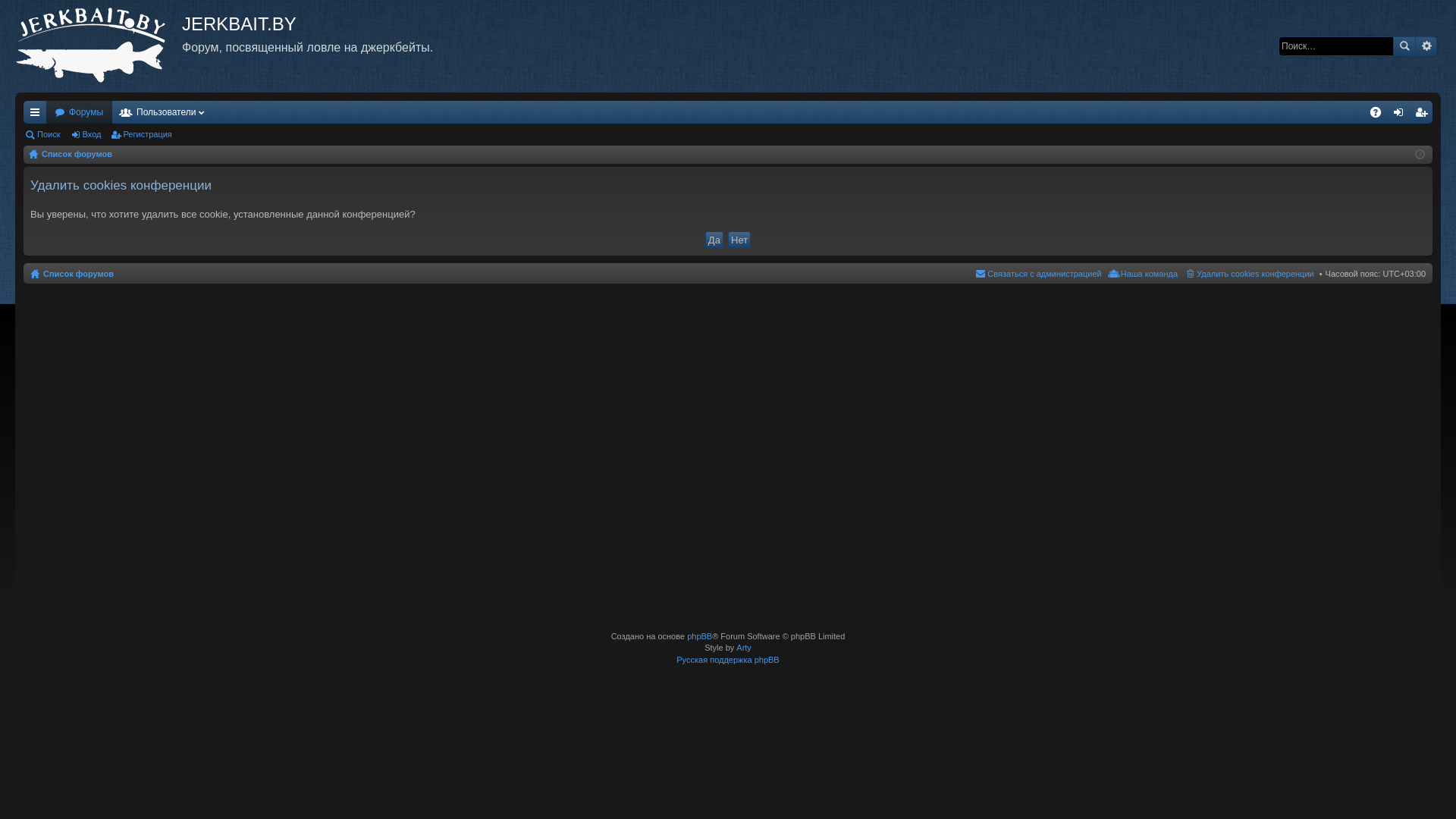  I want to click on 'FAQ', so click(1364, 111).